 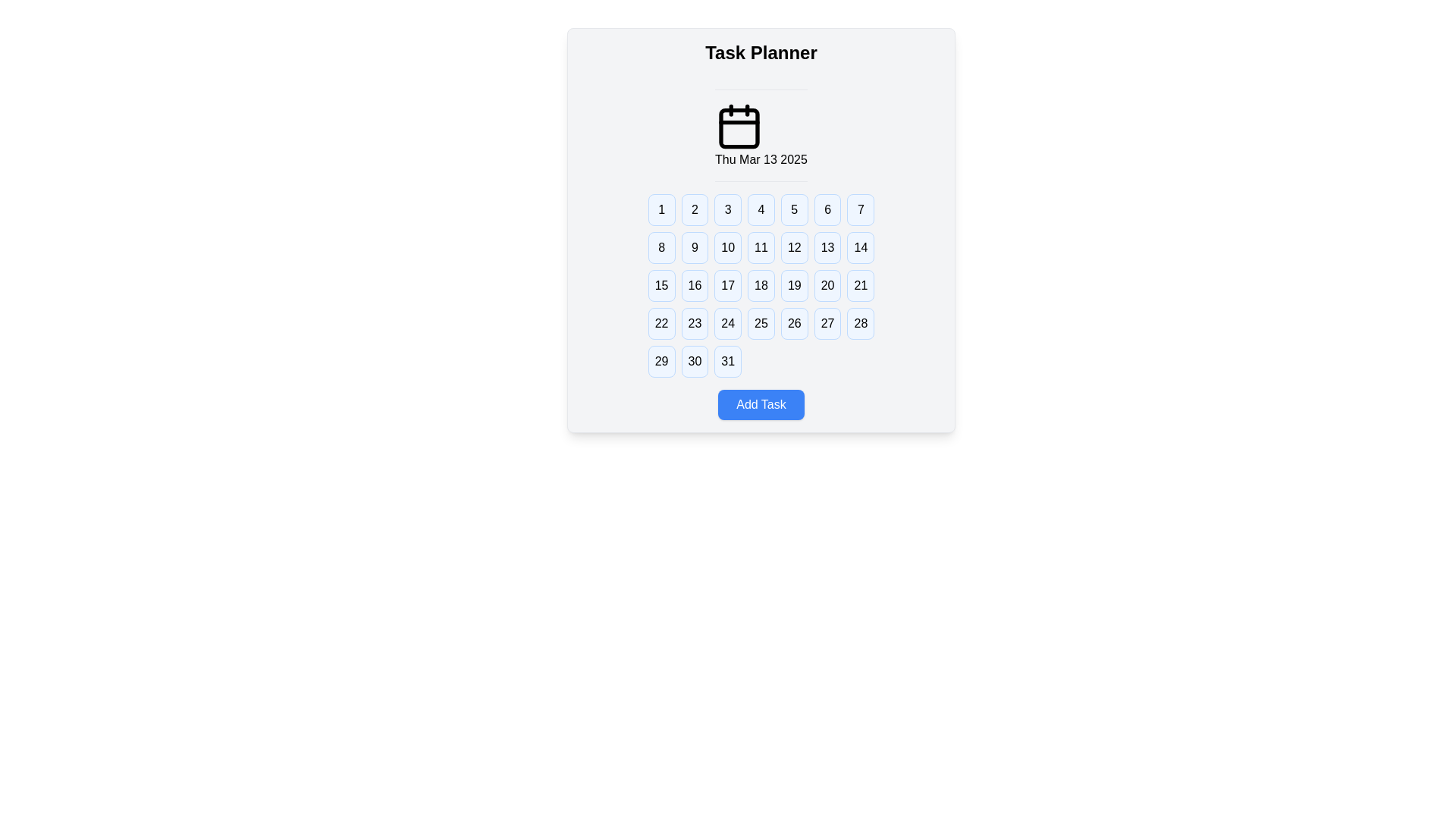 What do you see at coordinates (694, 286) in the screenshot?
I see `the button representing the 16th day of the month in the calendar interface` at bounding box center [694, 286].